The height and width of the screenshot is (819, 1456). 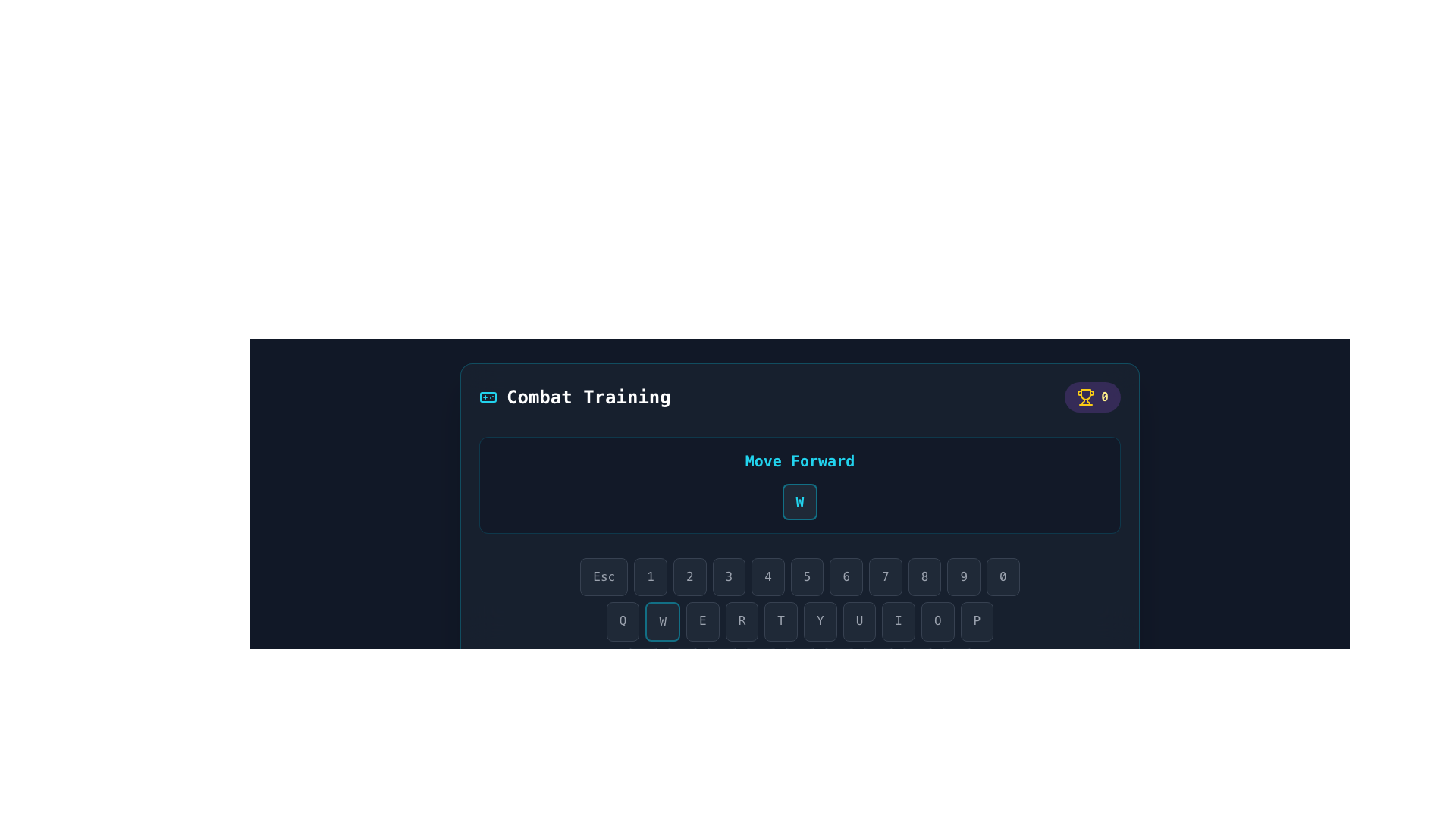 What do you see at coordinates (651, 576) in the screenshot?
I see `the rectangular button with a dark gray background and a white numeral '1' at its center, which is the second button in a horizontal row of keys` at bounding box center [651, 576].